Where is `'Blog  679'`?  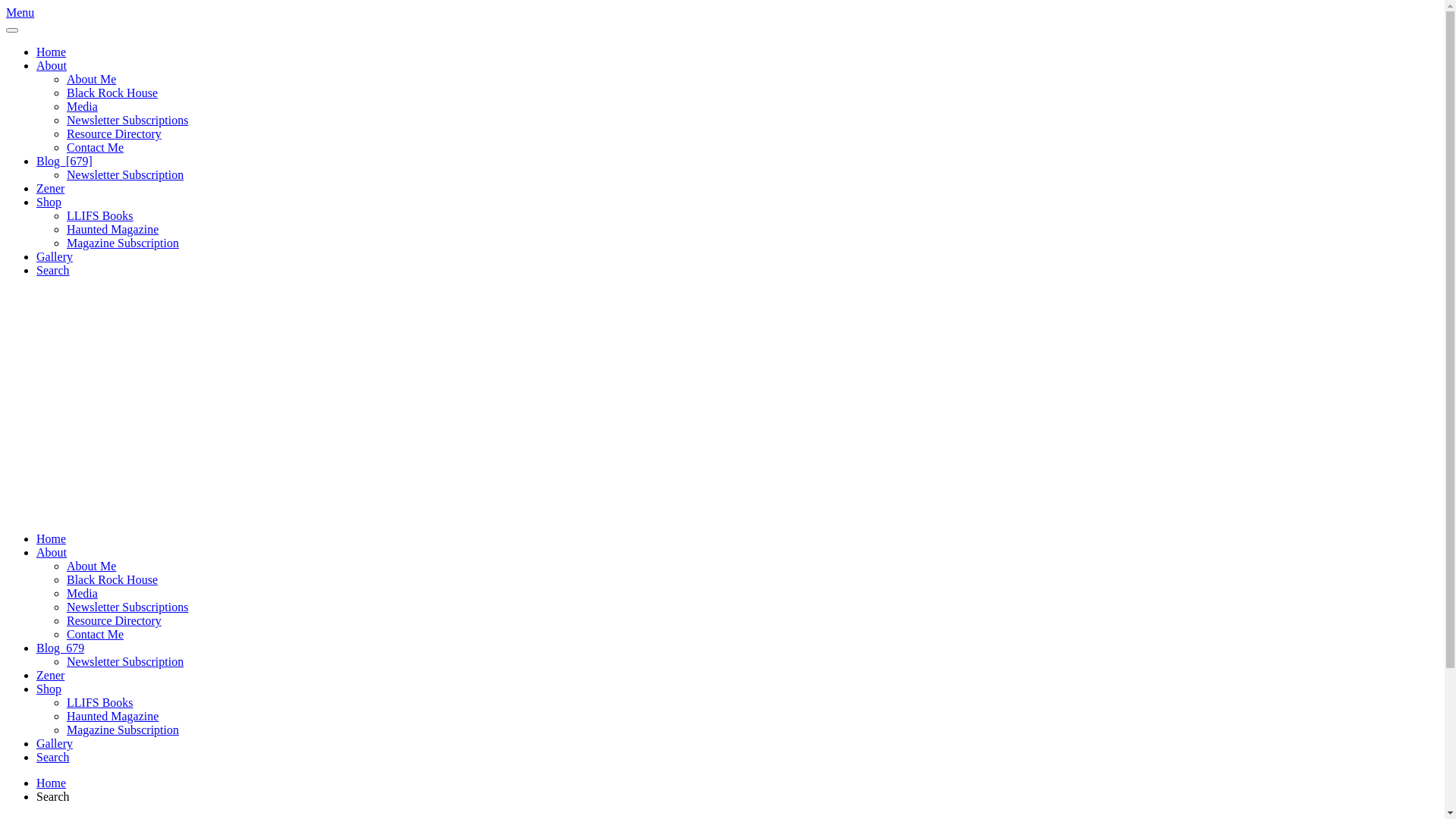 'Blog  679' is located at coordinates (60, 648).